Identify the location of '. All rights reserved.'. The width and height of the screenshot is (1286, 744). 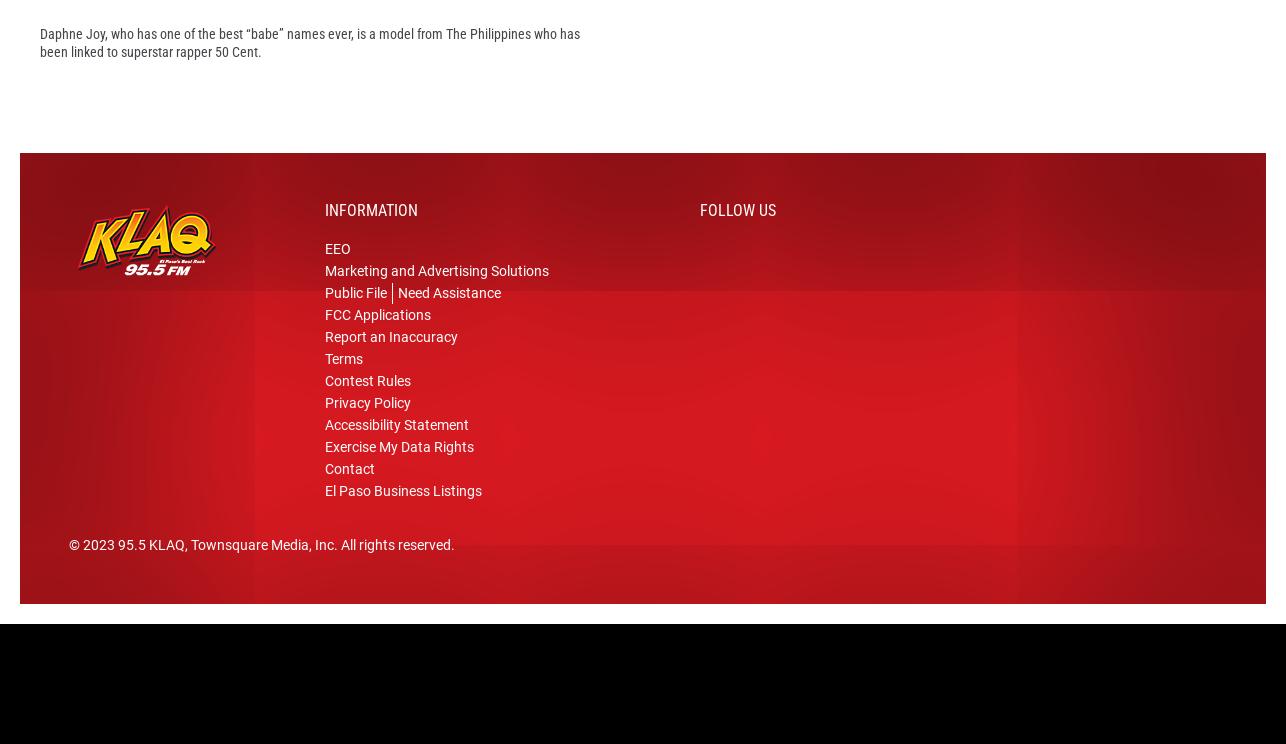
(393, 576).